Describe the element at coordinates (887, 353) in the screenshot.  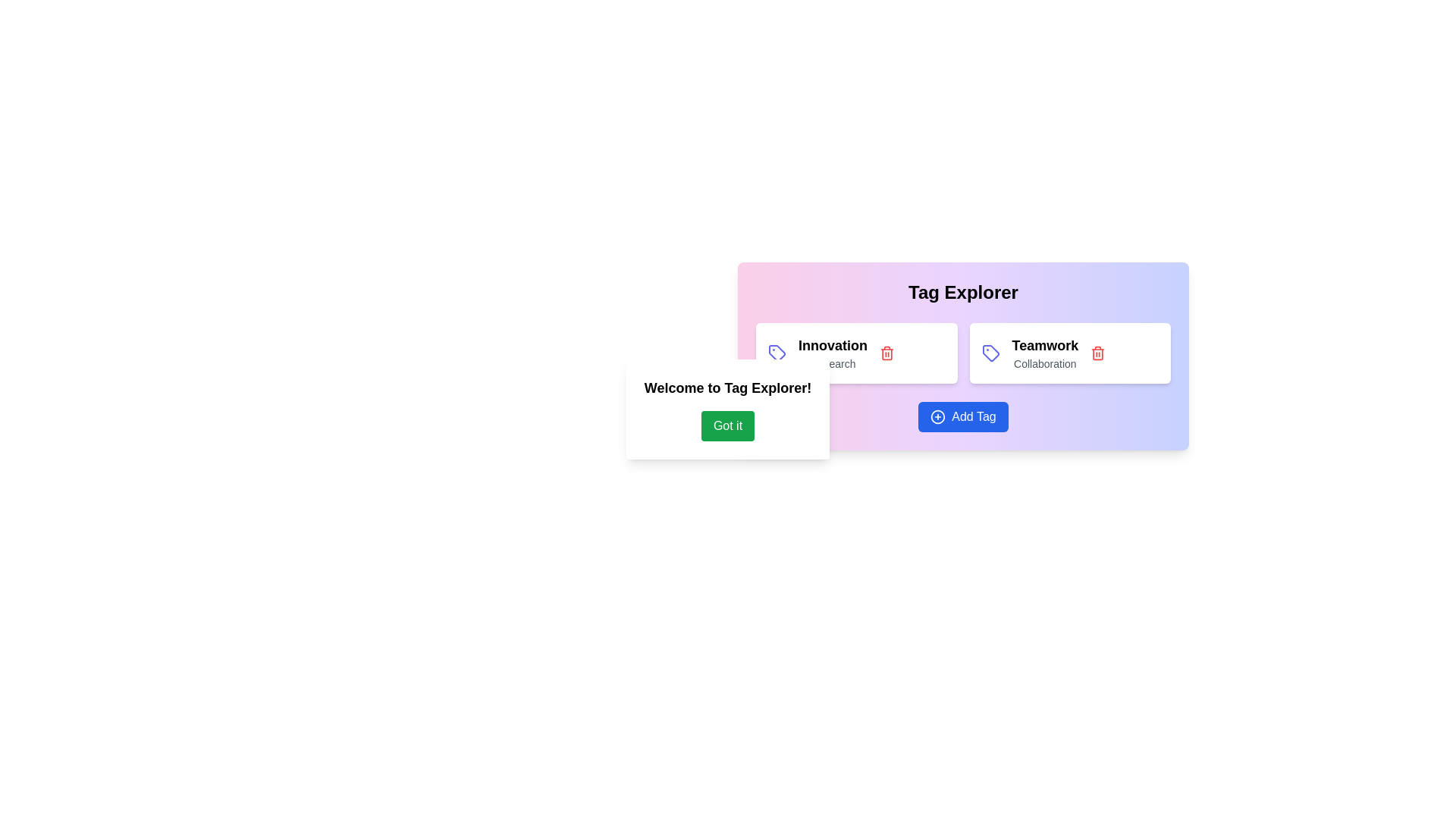
I see `the delete button (trash can icon) located at the right side of the 'Innovation' tag card` at that location.